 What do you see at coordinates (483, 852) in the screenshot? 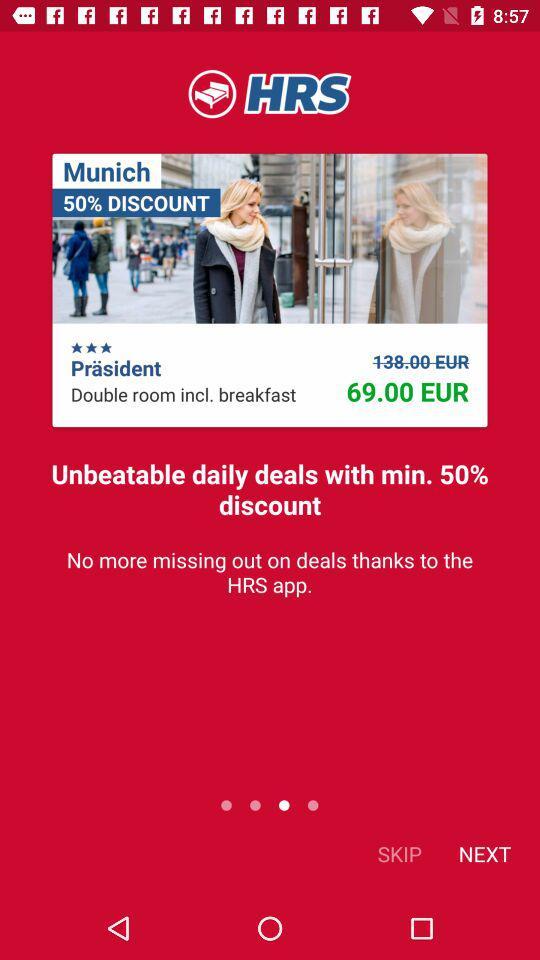
I see `next` at bounding box center [483, 852].